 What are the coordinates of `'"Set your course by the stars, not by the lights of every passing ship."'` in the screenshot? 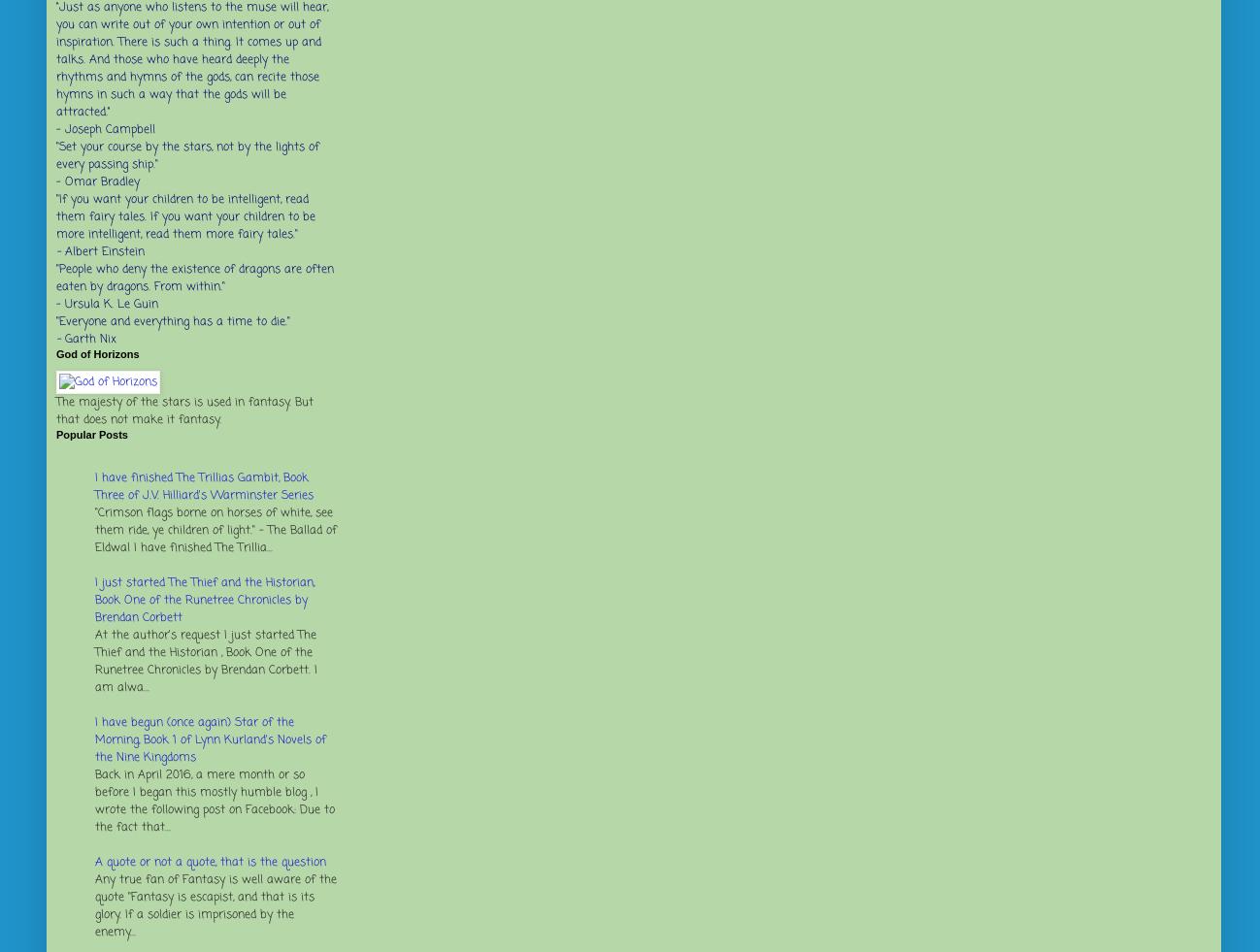 It's located at (186, 154).